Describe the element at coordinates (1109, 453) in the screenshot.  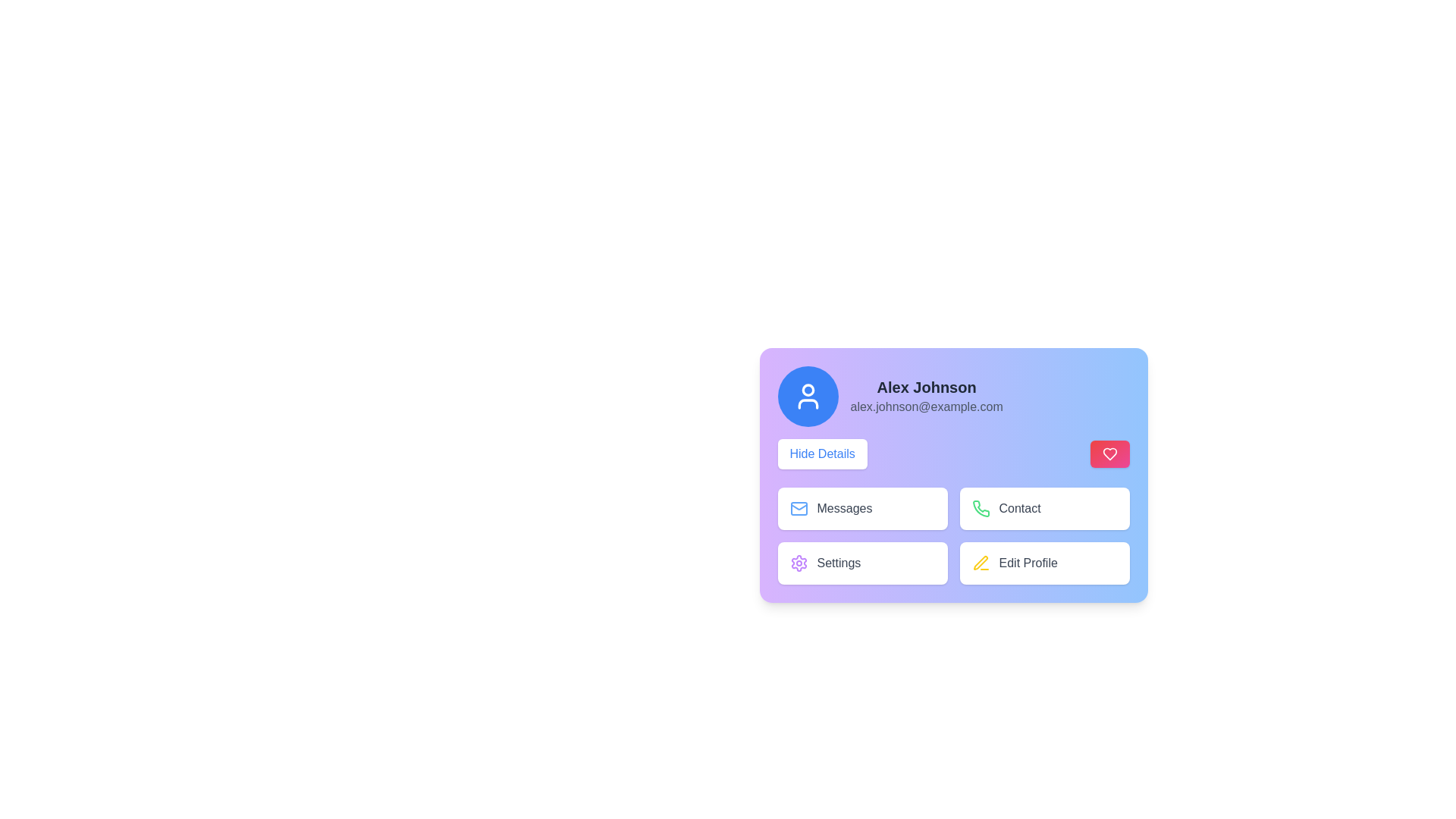
I see `the heart icon located at the top-right corner of the card layout to interact with it` at that location.